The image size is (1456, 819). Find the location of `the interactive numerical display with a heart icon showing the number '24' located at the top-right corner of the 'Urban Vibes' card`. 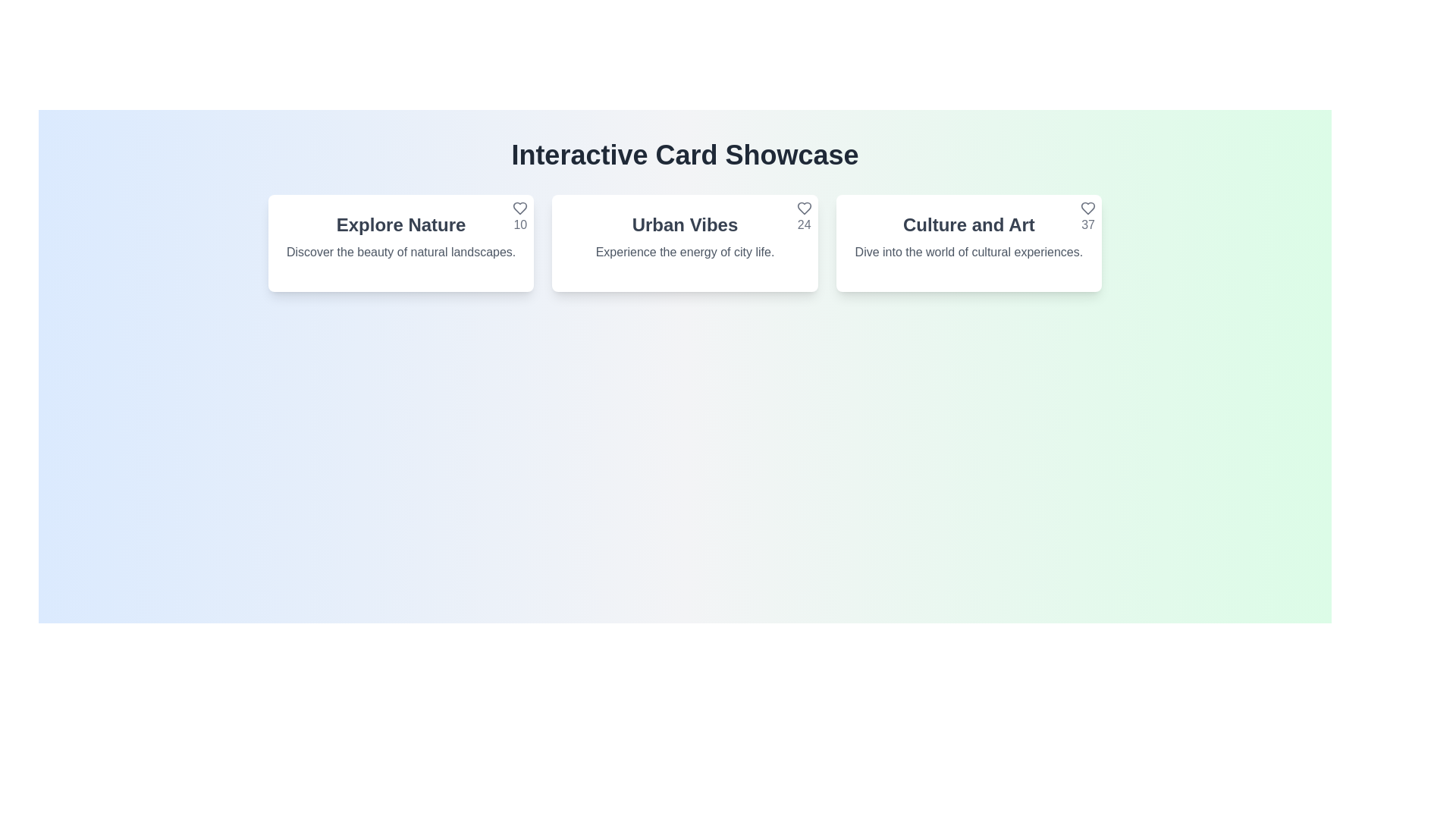

the interactive numerical display with a heart icon showing the number '24' located at the top-right corner of the 'Urban Vibes' card is located at coordinates (803, 217).